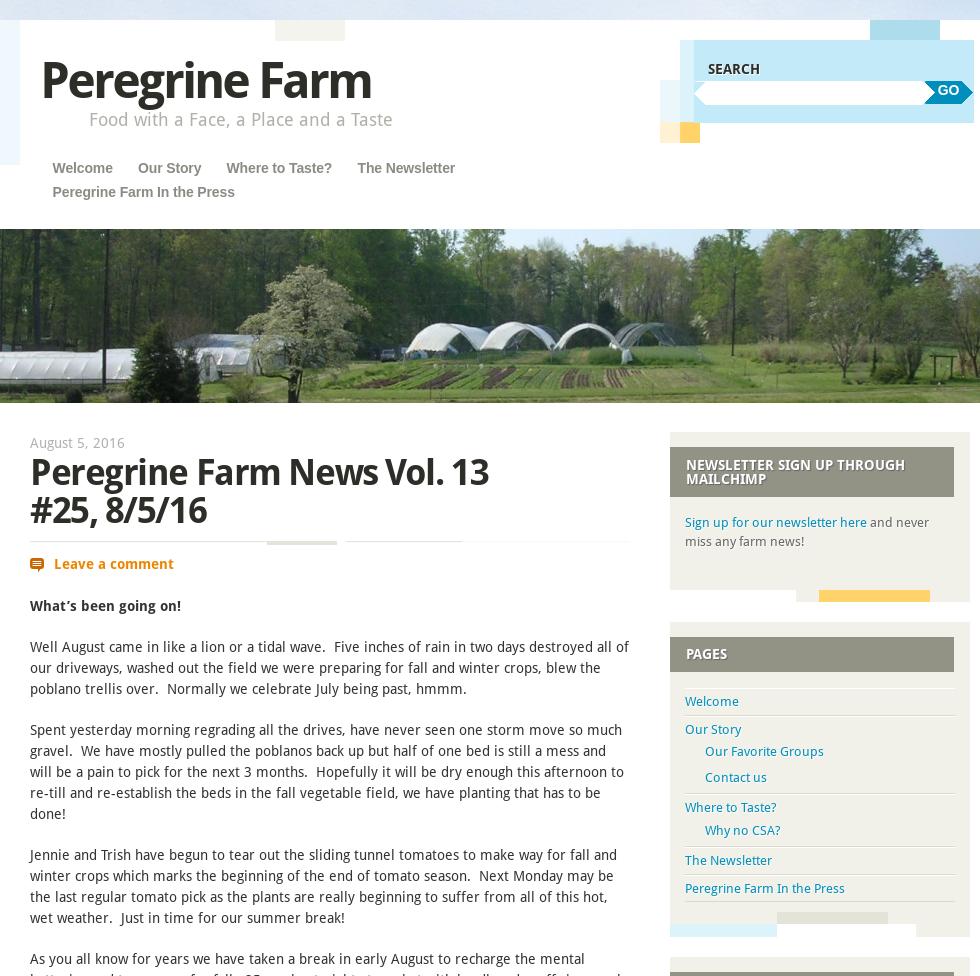 The height and width of the screenshot is (976, 980). What do you see at coordinates (947, 89) in the screenshot?
I see `'GO'` at bounding box center [947, 89].